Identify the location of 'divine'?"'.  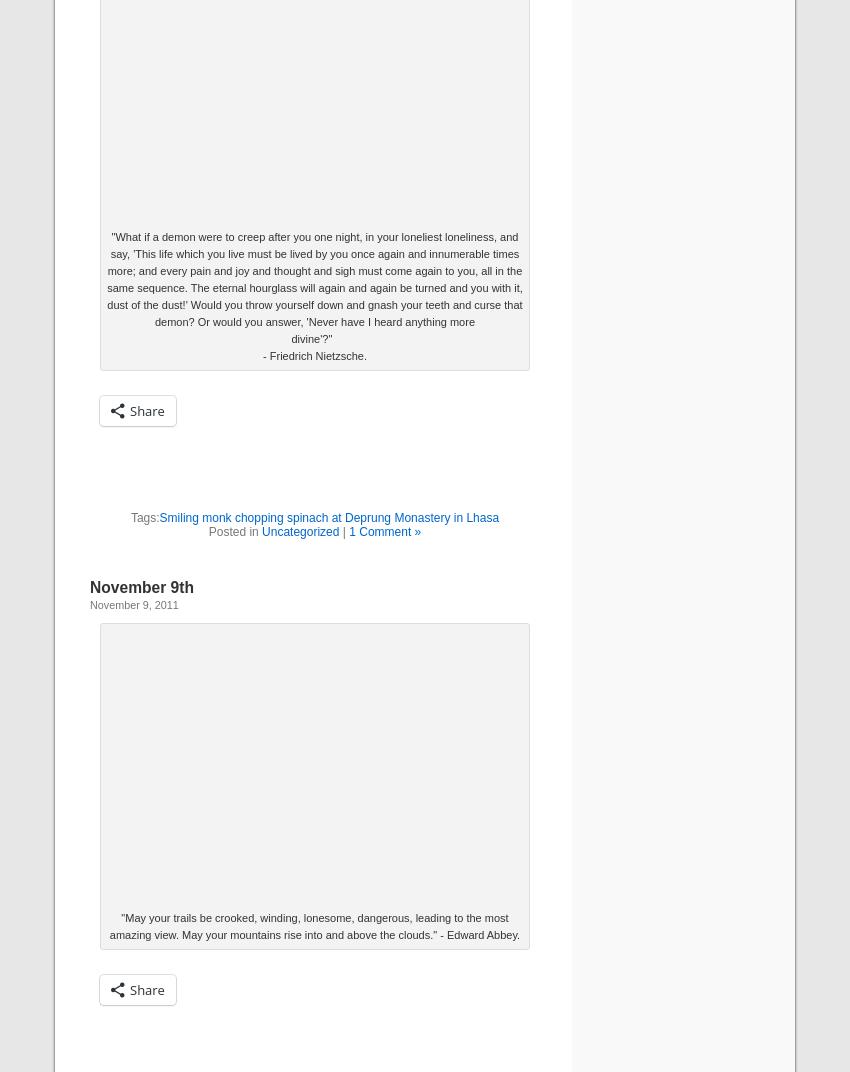
(314, 338).